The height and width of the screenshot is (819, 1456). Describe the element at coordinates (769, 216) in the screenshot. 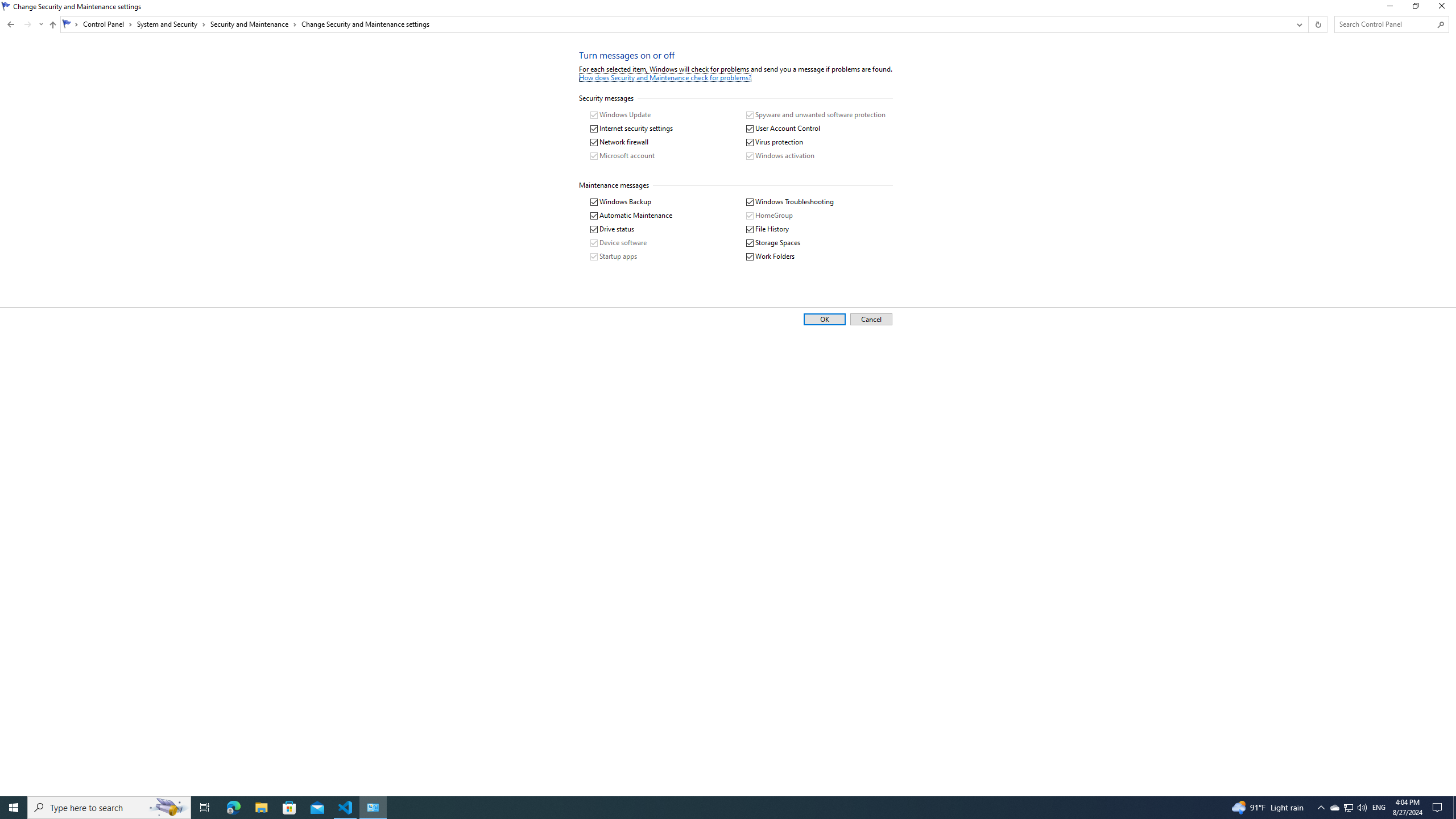

I see `'HomeGroup'` at that location.